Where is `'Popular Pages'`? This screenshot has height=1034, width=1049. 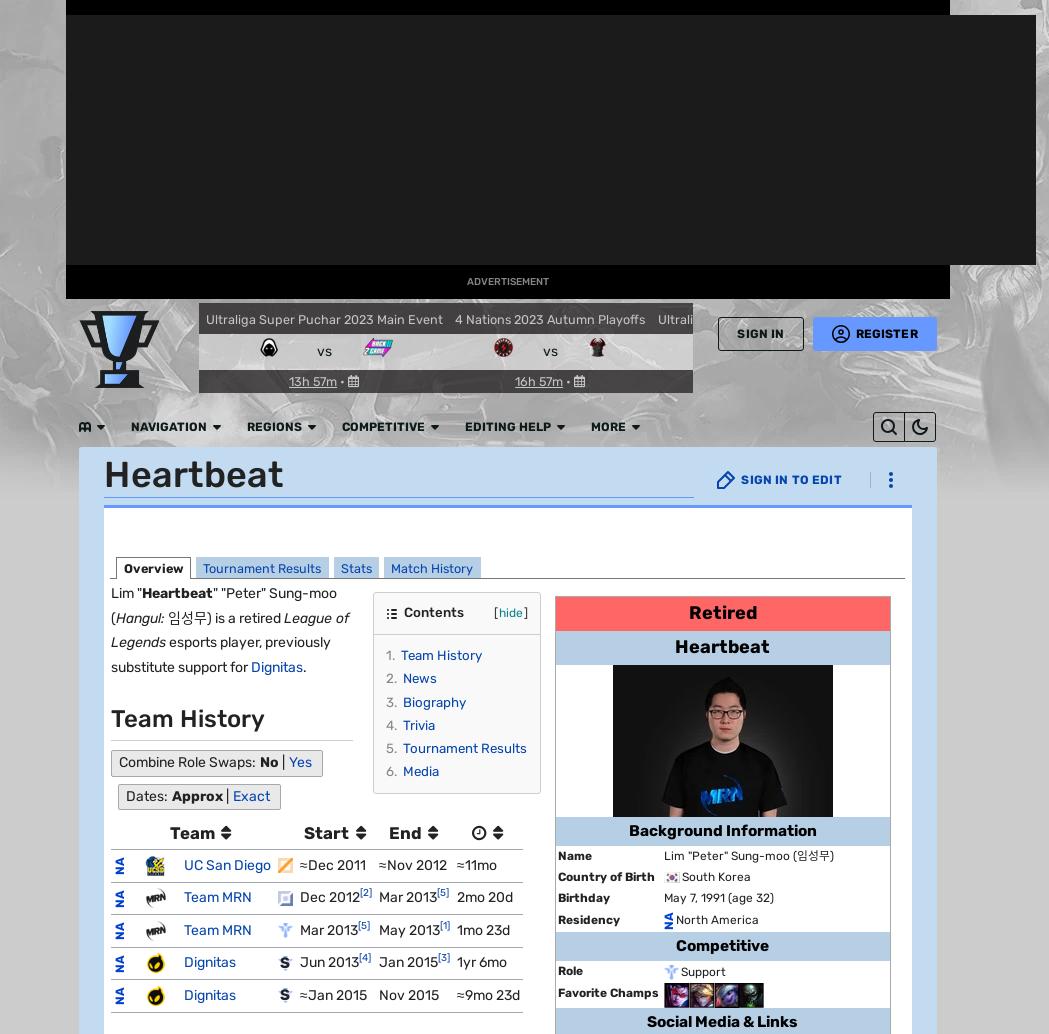
'Popular Pages' is located at coordinates (171, 456).